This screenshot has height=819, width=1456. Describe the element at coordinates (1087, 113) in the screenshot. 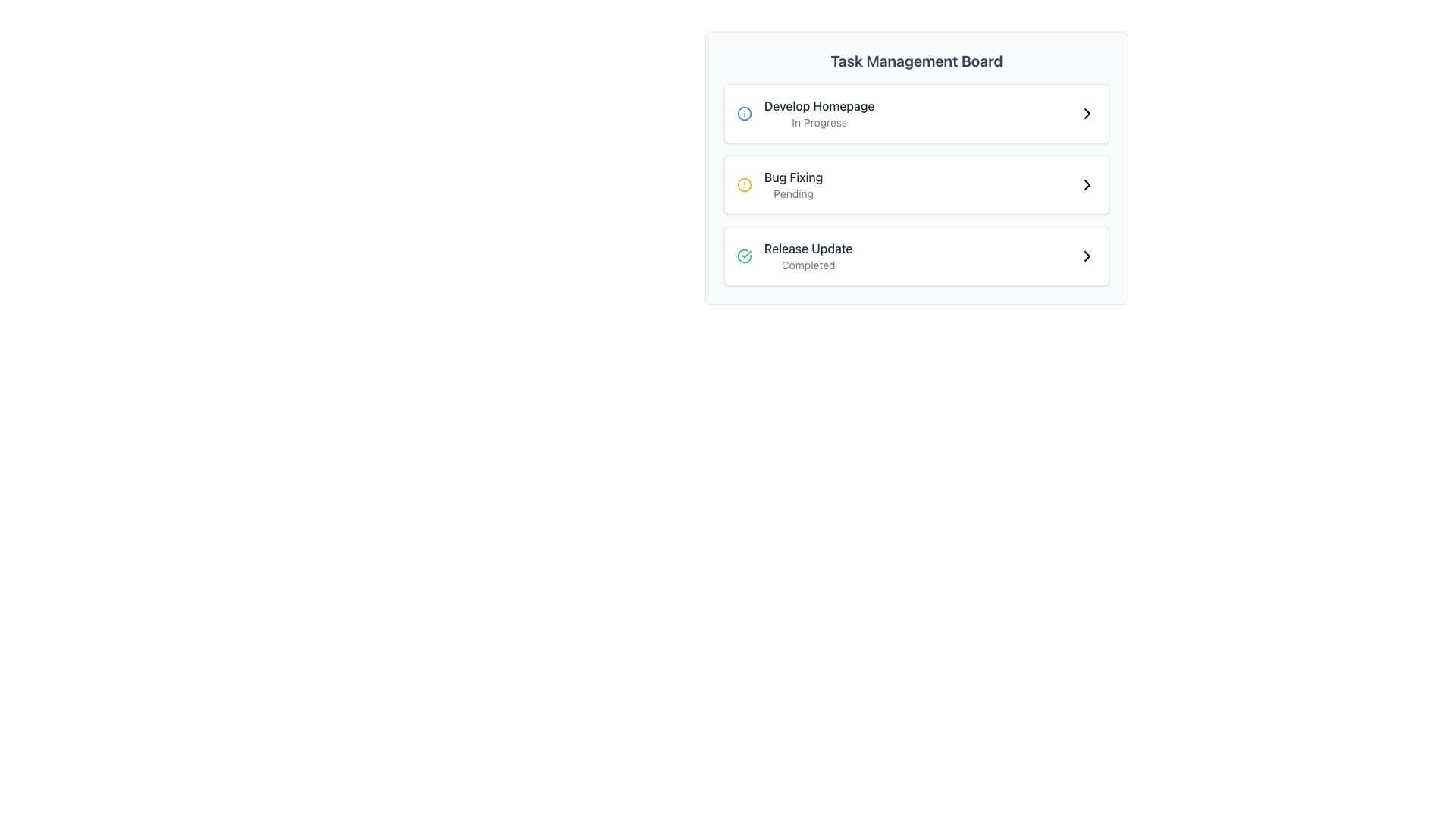

I see `the right-facing chevron icon associated with the 'Develop Homepage' task` at that location.